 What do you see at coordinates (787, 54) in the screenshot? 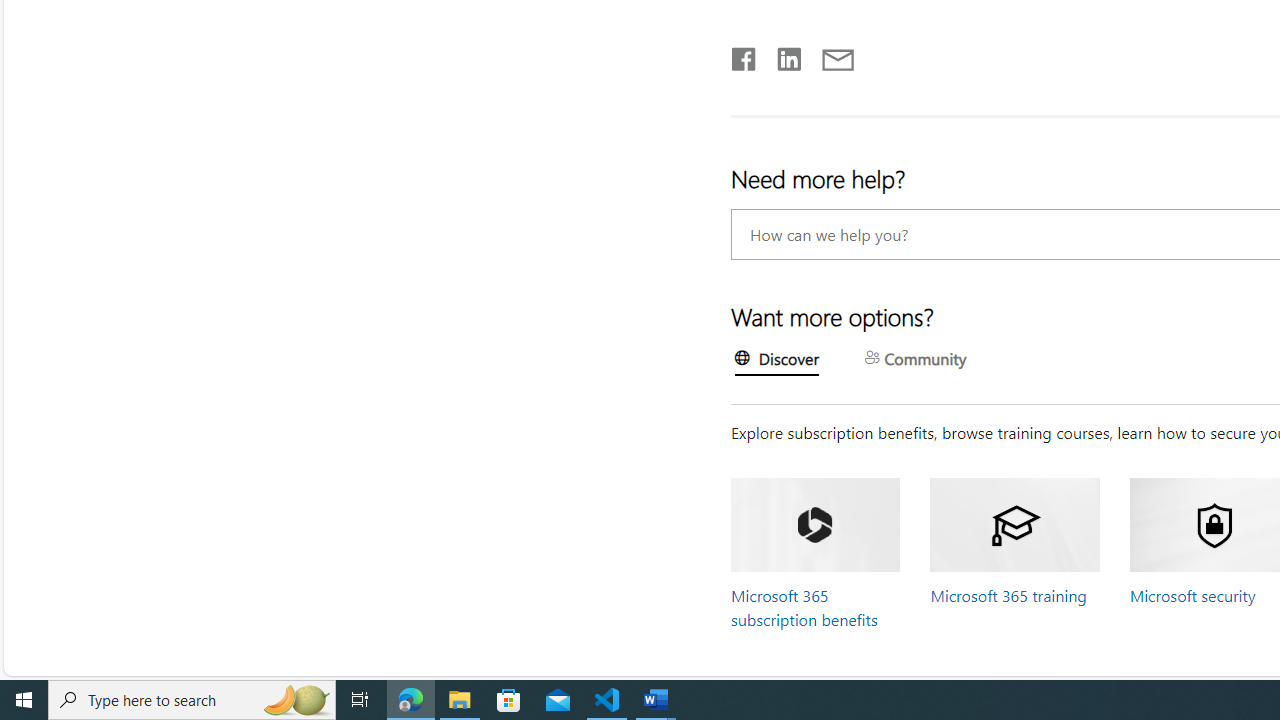
I see `'LinkedIn'` at bounding box center [787, 54].